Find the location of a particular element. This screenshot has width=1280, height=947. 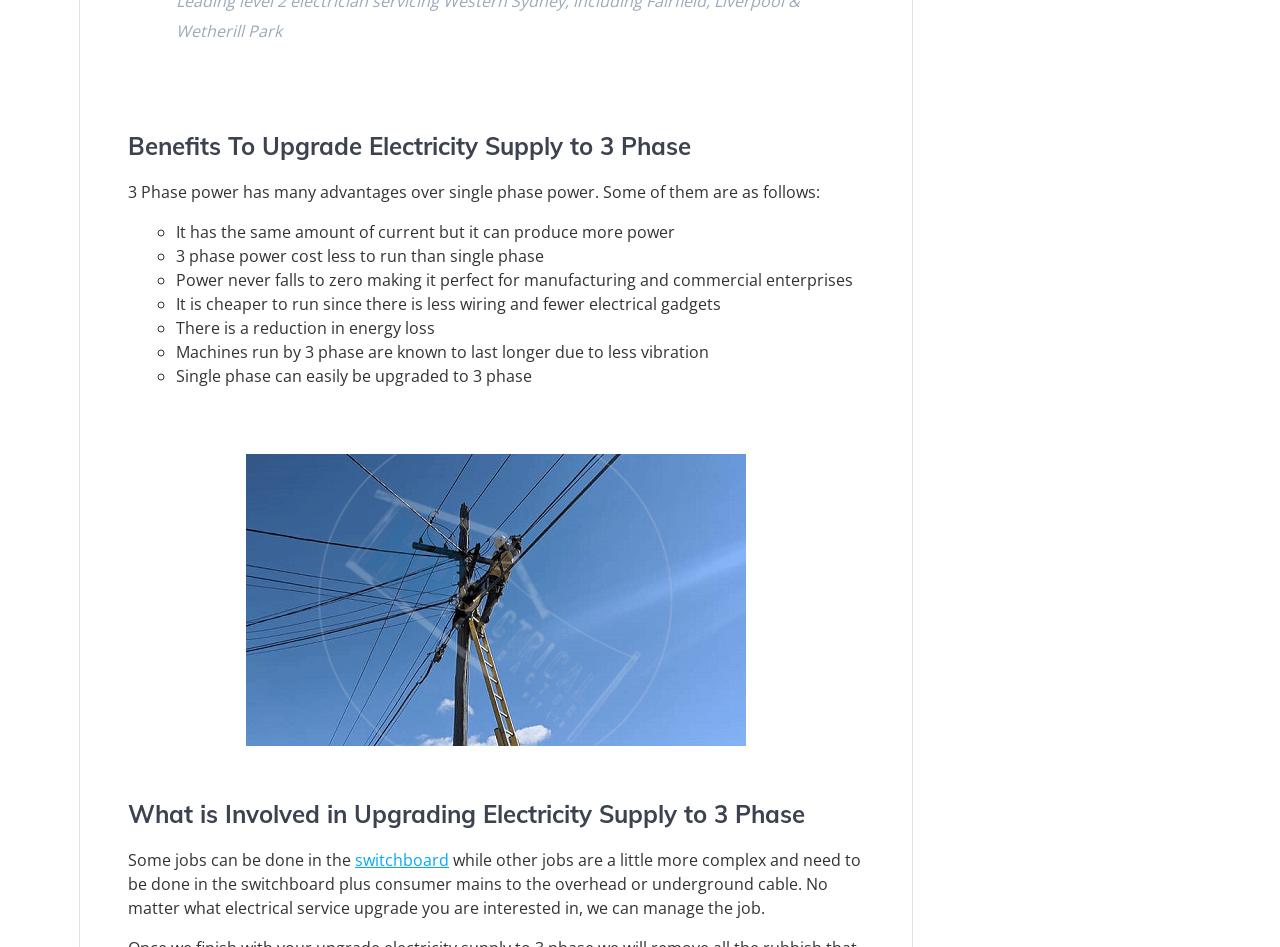

'There is a reduction in energy loss' is located at coordinates (304, 325).